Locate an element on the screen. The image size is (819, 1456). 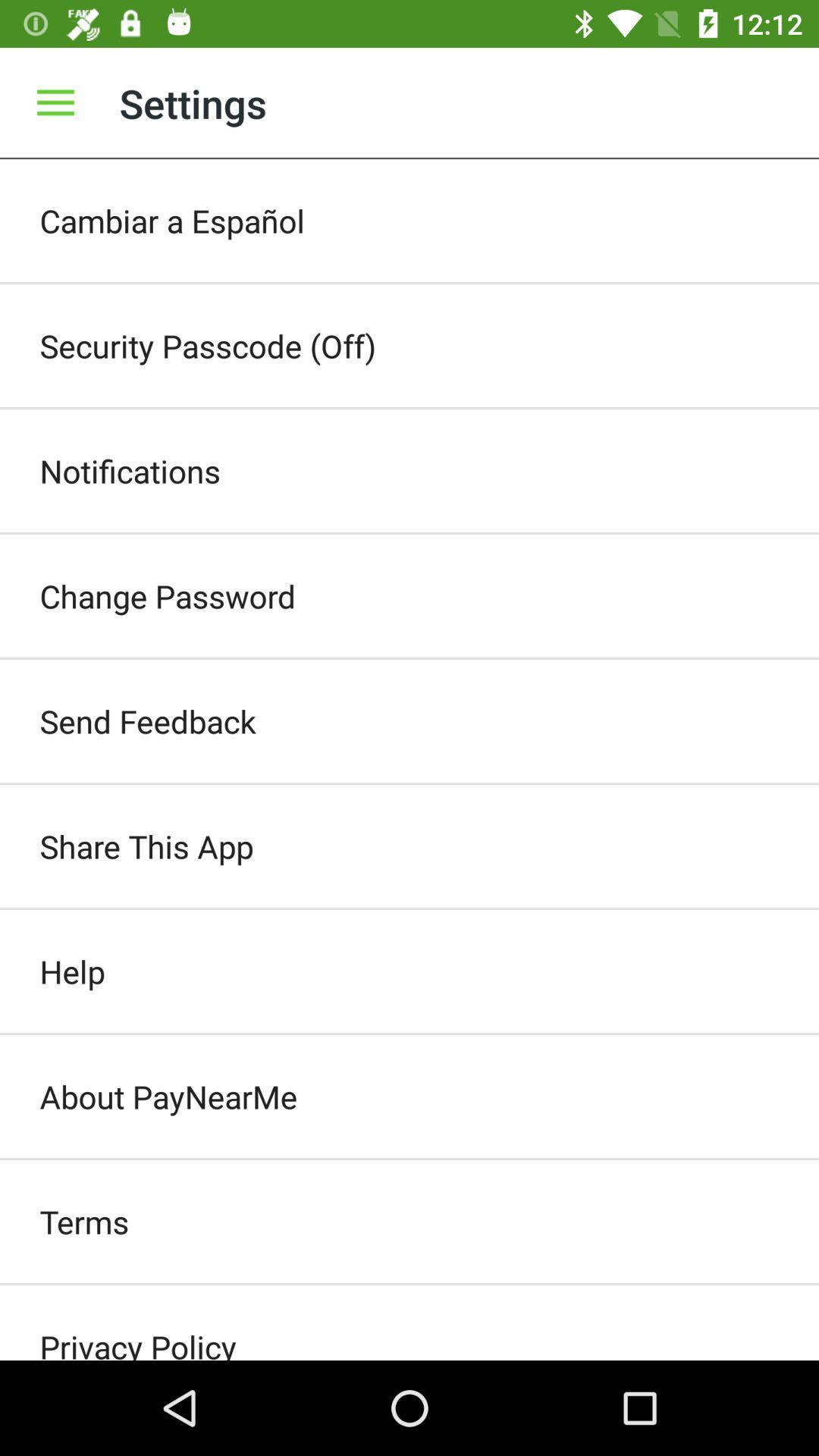
the icon above the notifications is located at coordinates (409, 345).